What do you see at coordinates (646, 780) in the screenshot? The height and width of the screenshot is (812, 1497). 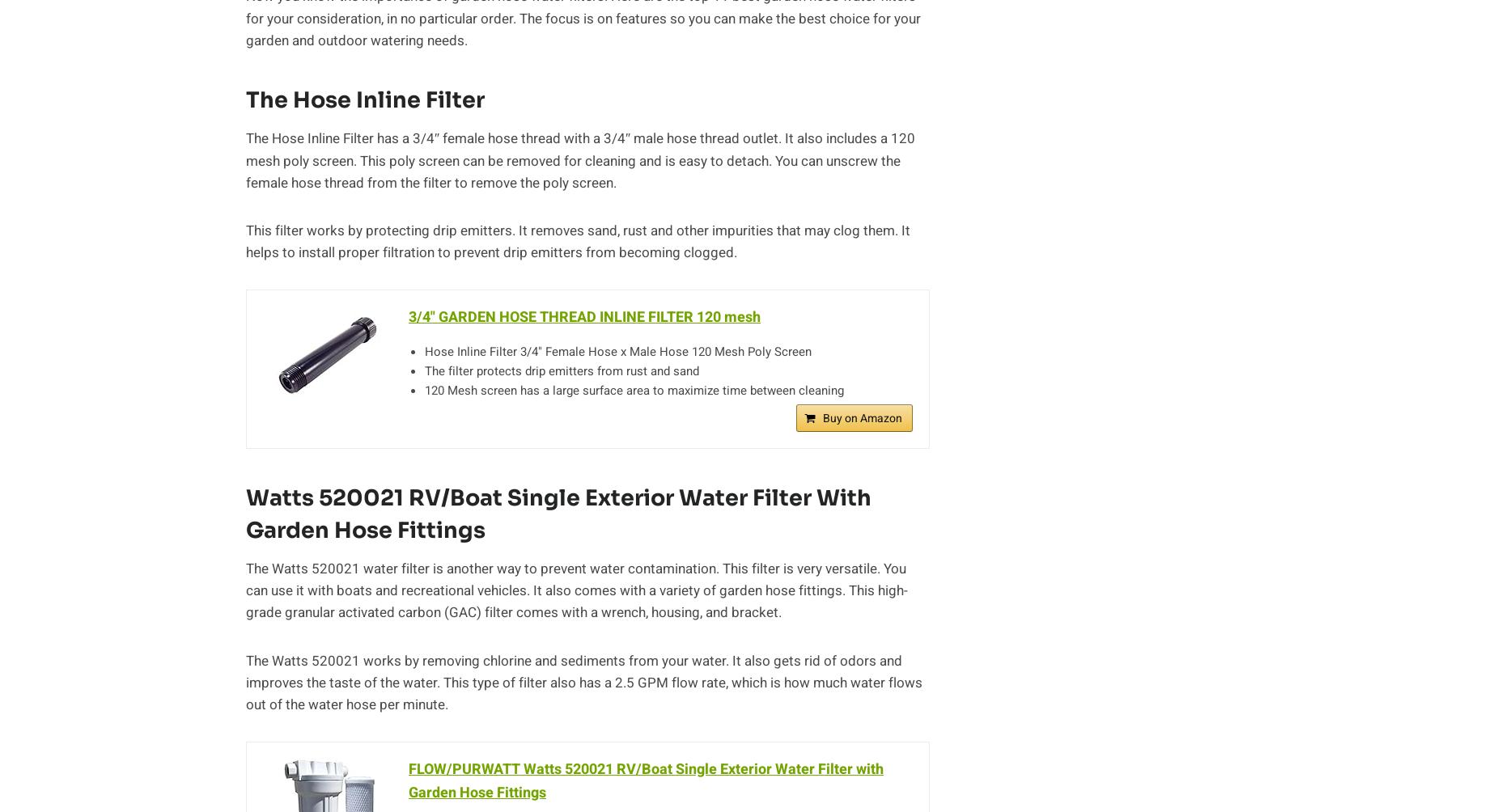 I see `'FLOW/PURWATT Watts 520021 RV/Boat Single Exterior Water Filter with Garden Hose Fittings'` at bounding box center [646, 780].